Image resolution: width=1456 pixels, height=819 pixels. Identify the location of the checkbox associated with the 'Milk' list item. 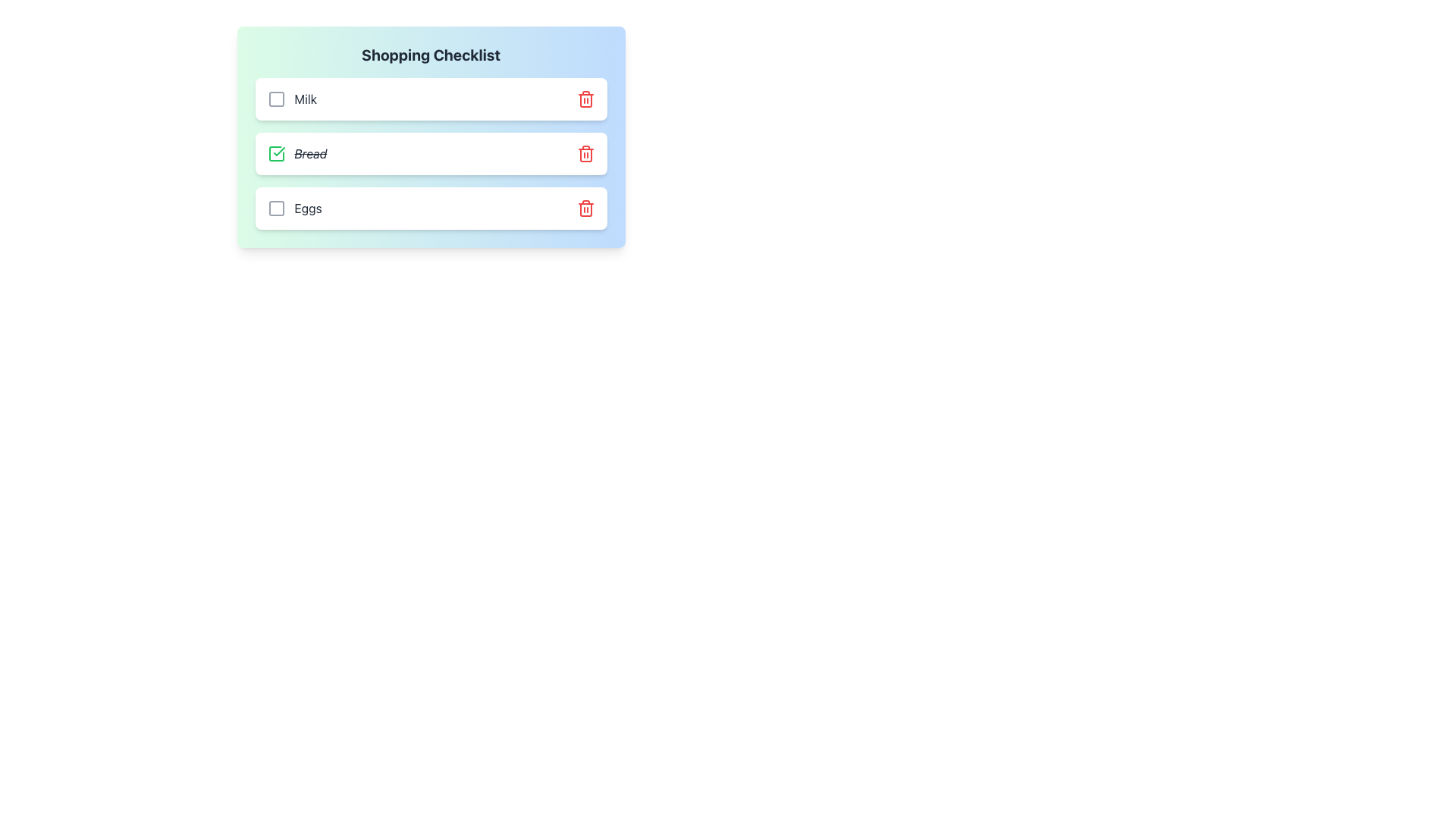
(276, 99).